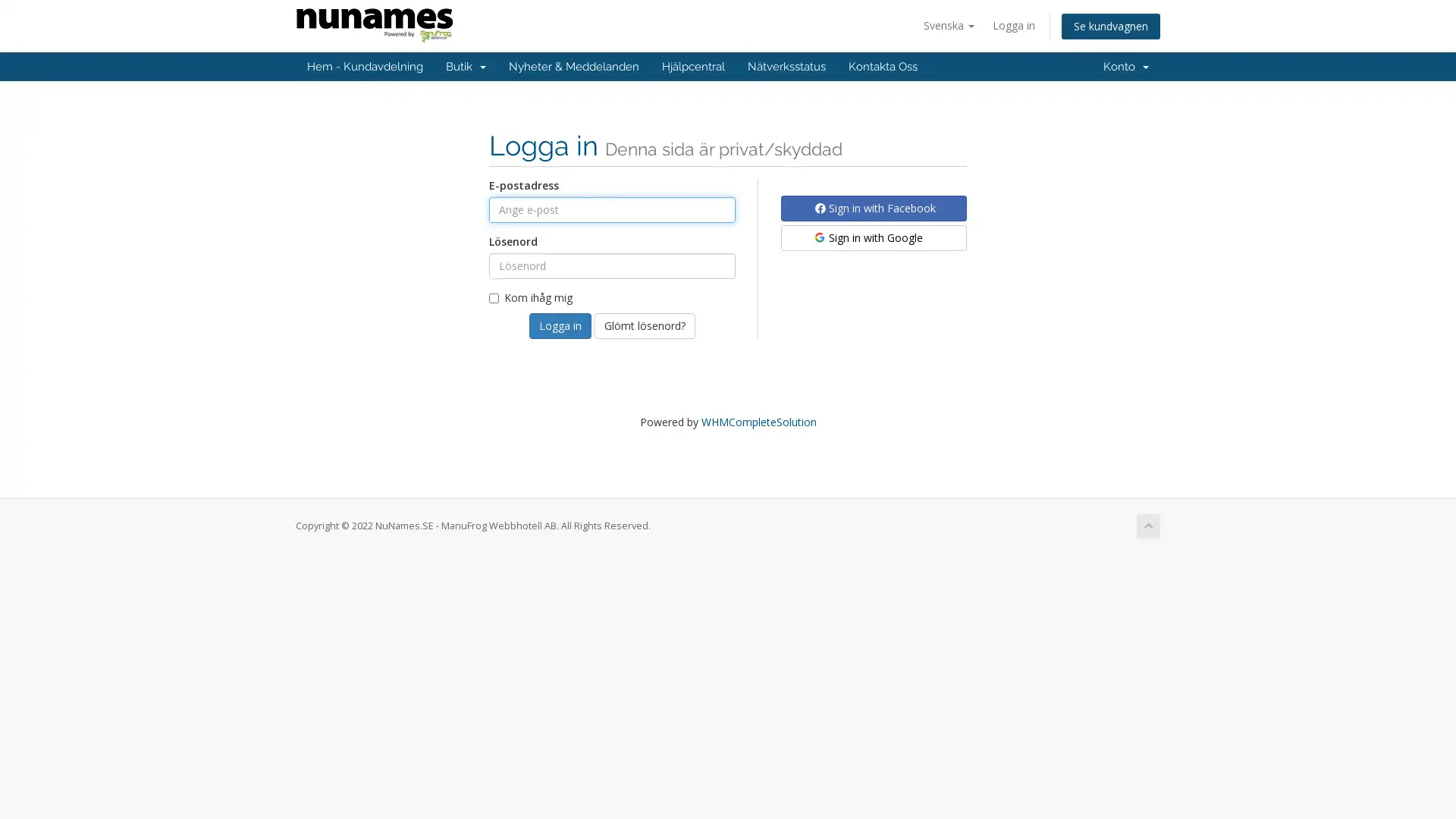  What do you see at coordinates (560, 324) in the screenshot?
I see `Logga in` at bounding box center [560, 324].